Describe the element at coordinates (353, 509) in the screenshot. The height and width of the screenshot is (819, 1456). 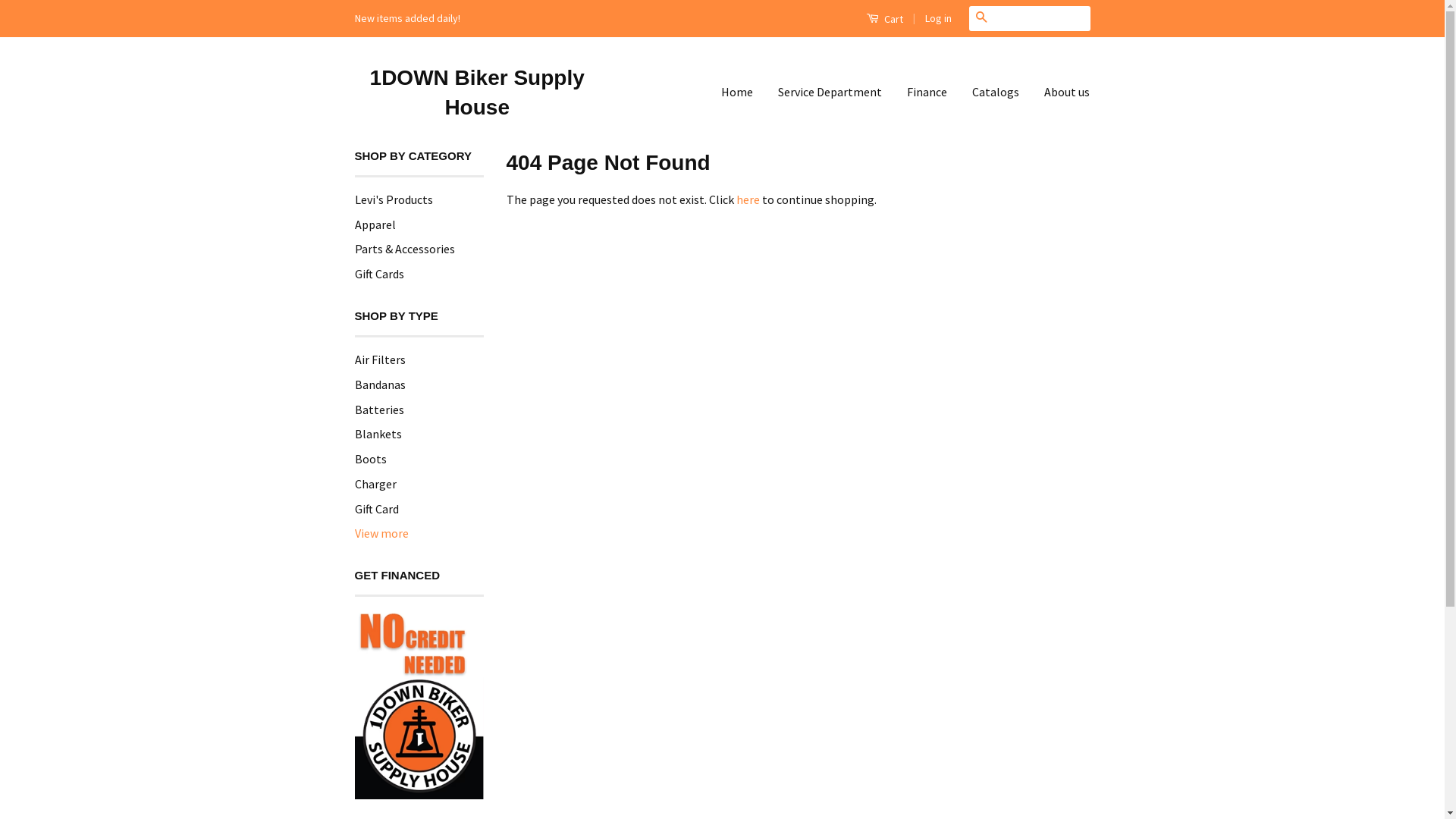
I see `'Gift Card'` at that location.